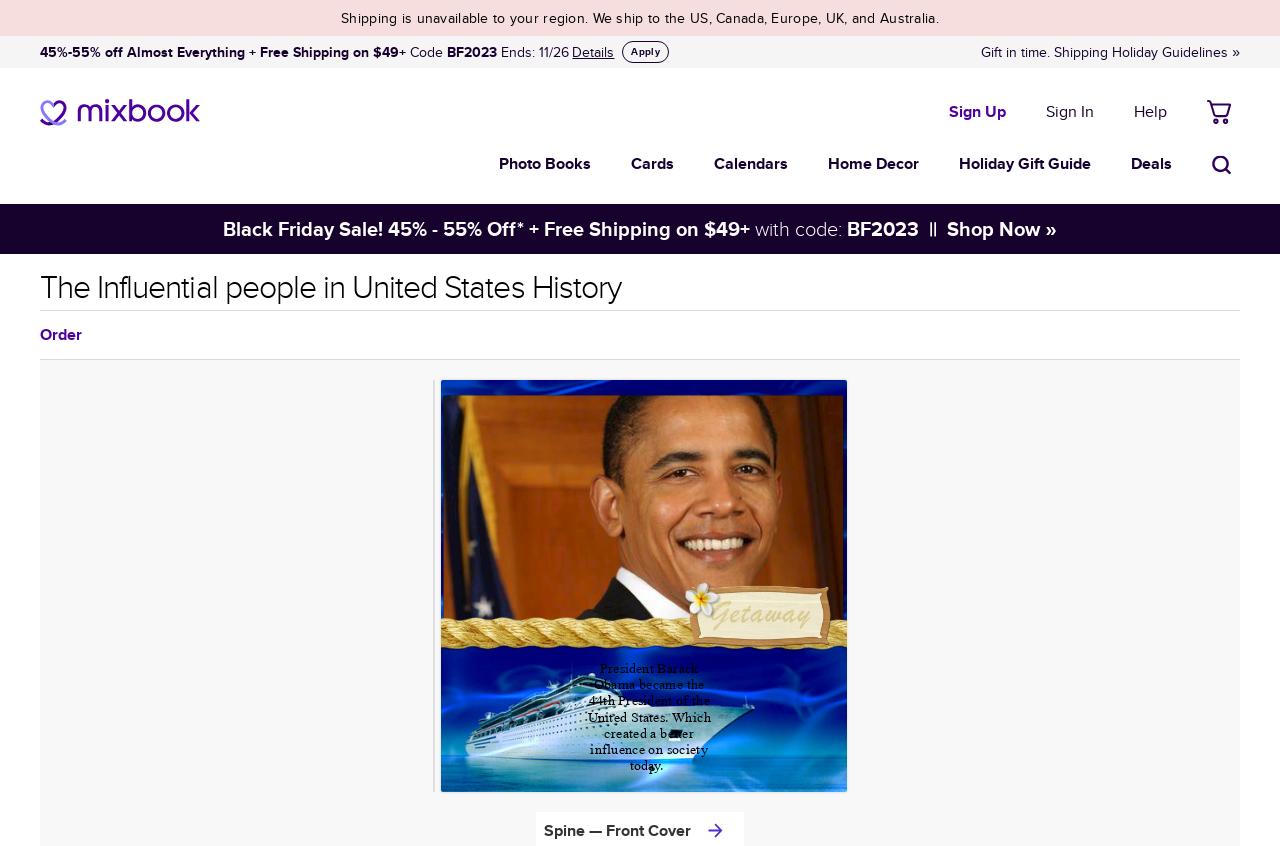  Describe the element at coordinates (1025, 162) in the screenshot. I see `'Holiday Gift Guide'` at that location.